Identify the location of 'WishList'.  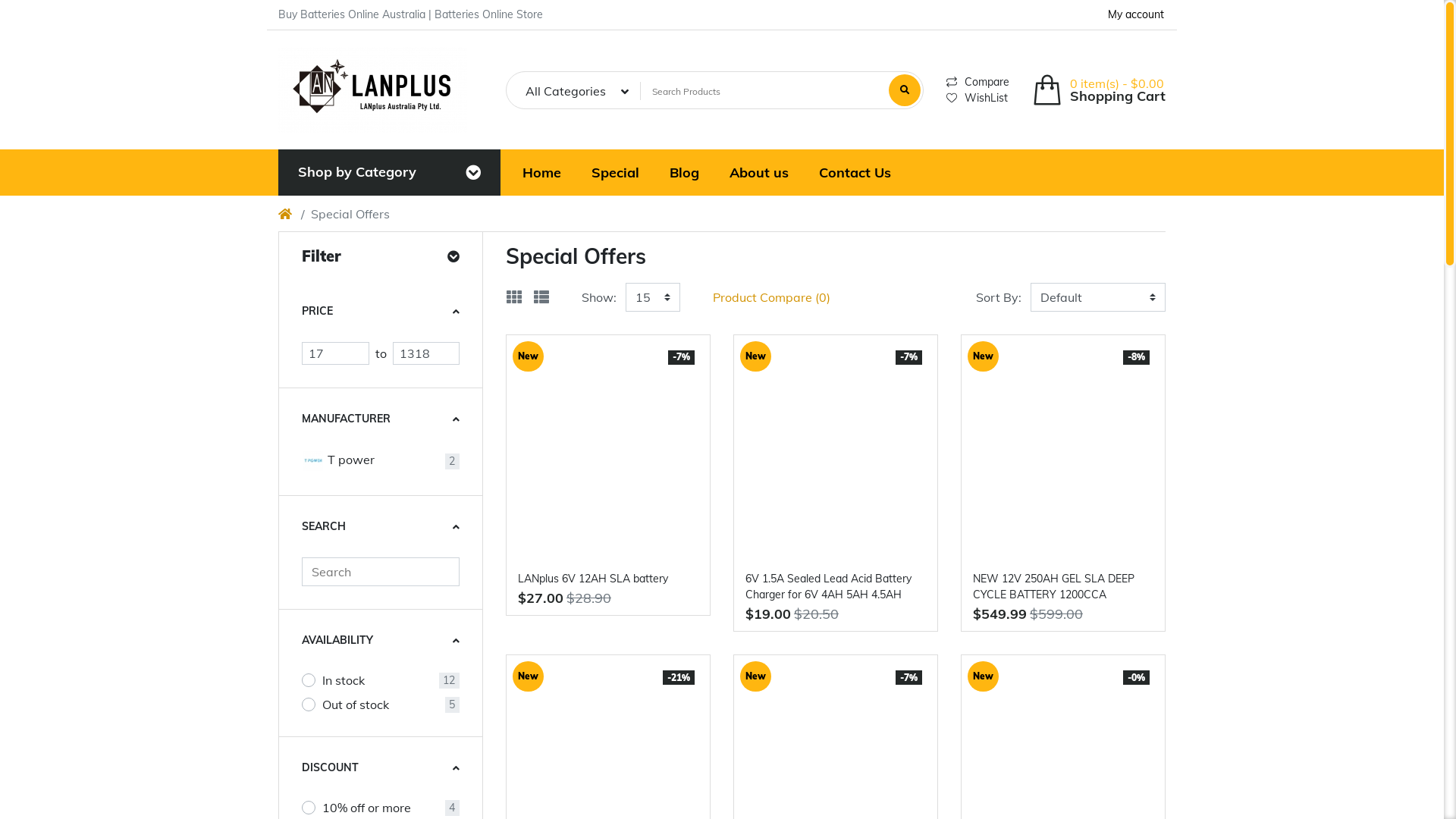
(977, 97).